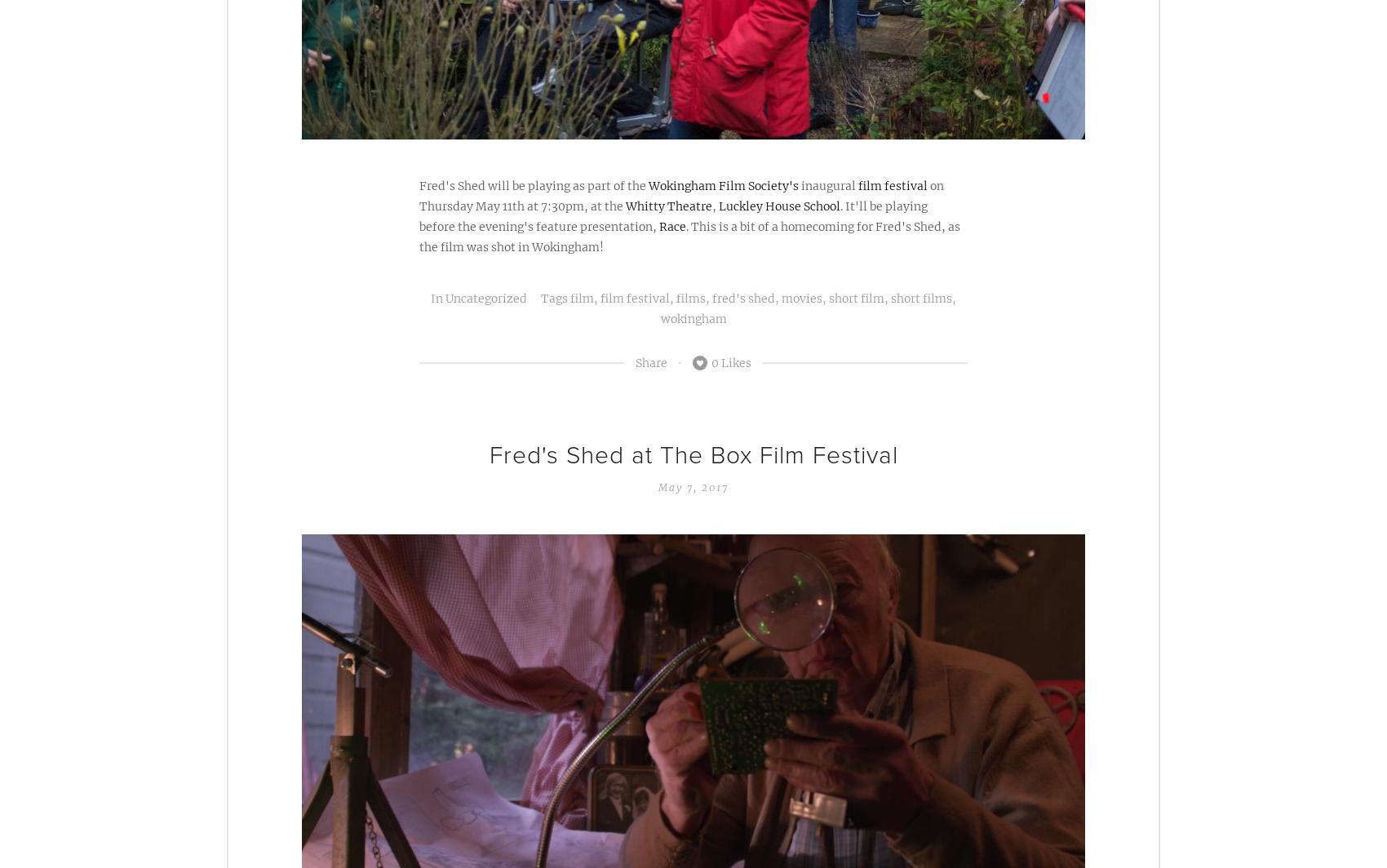 This screenshot has height=868, width=1387. I want to click on '. It'll be playing before the evening's feature presentation,', so click(672, 215).